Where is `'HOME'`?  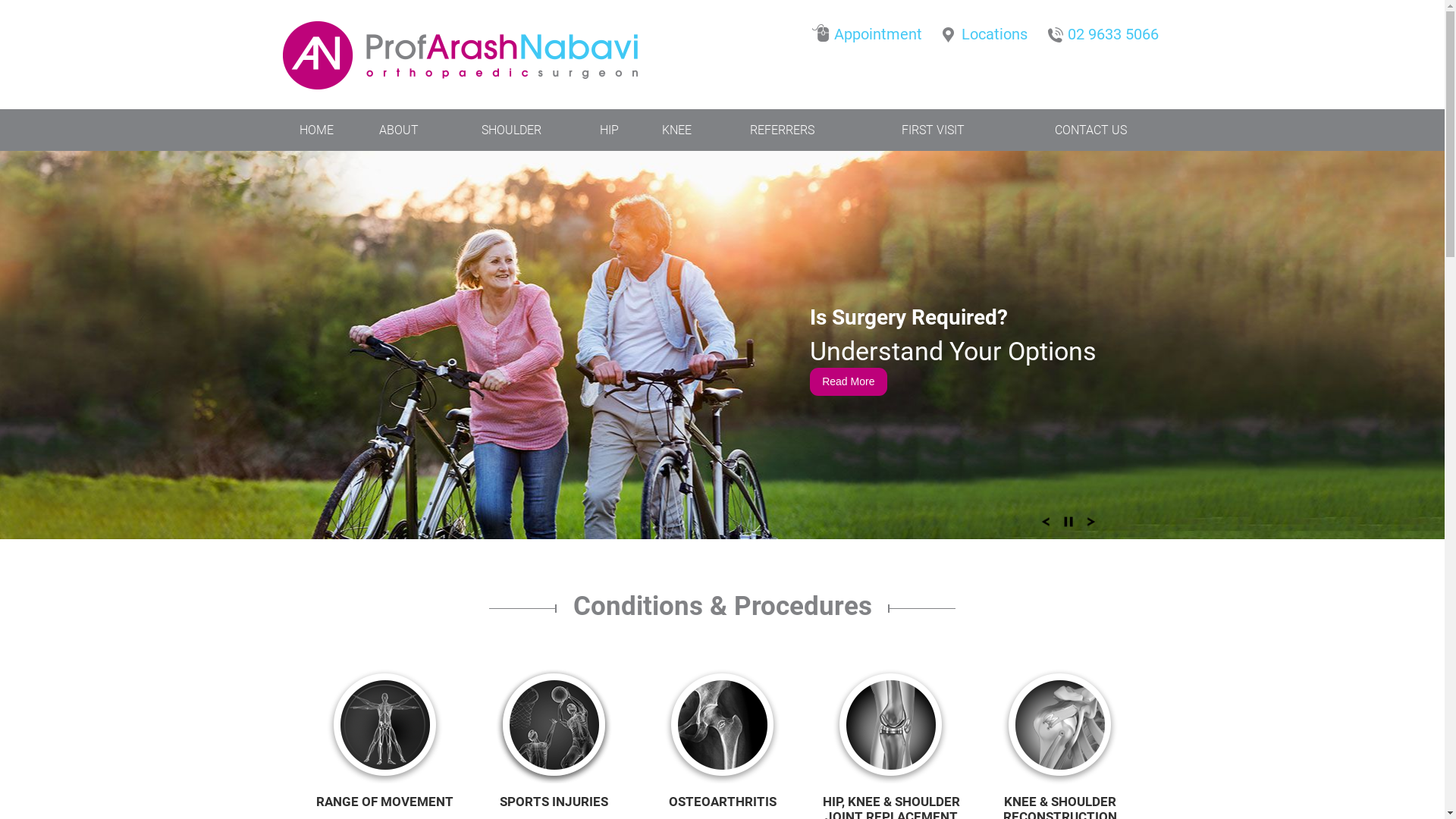
'HOME' is located at coordinates (315, 129).